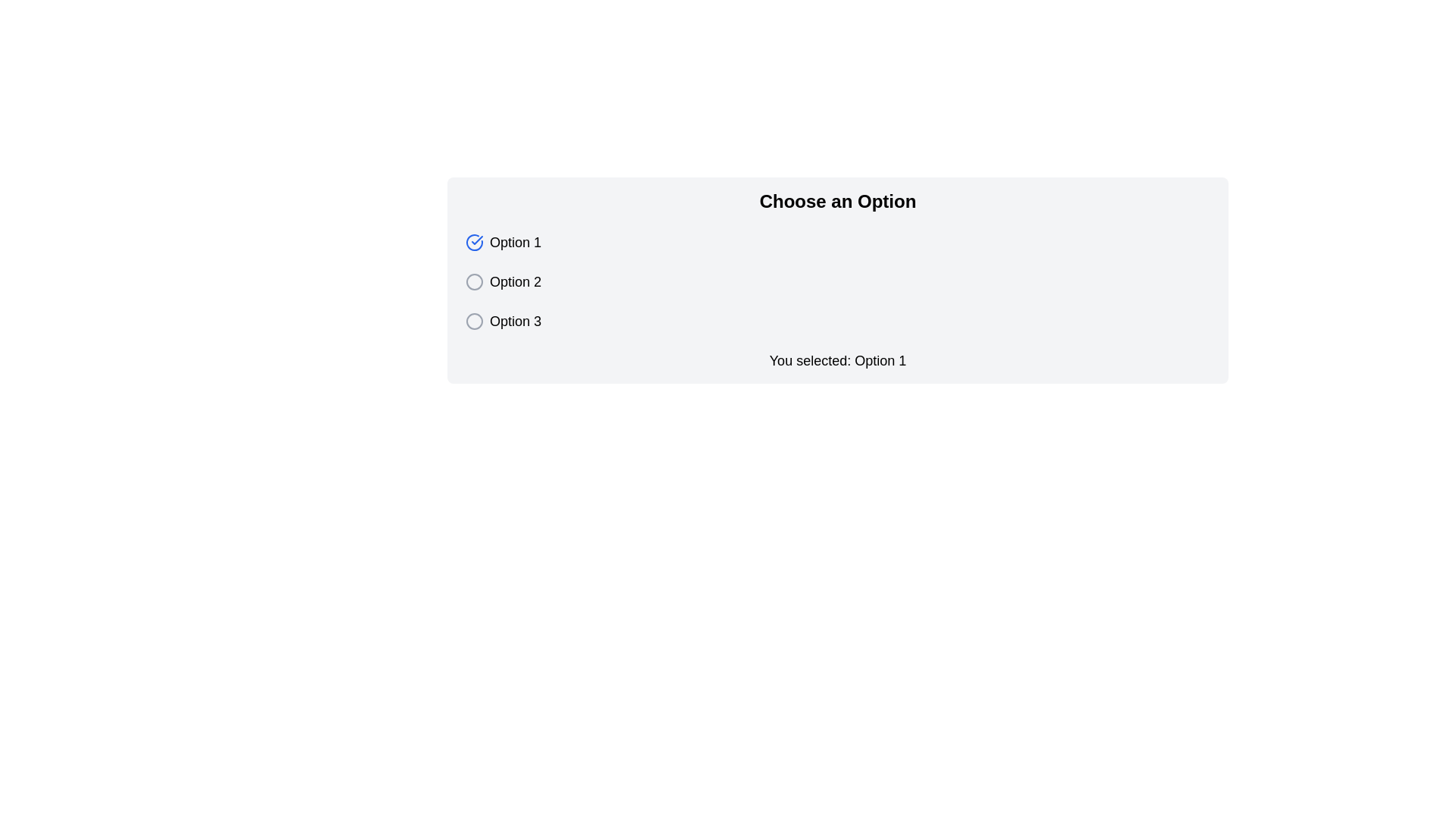  Describe the element at coordinates (473, 321) in the screenshot. I see `the center of the unselected radio button for 'Option 3'` at that location.